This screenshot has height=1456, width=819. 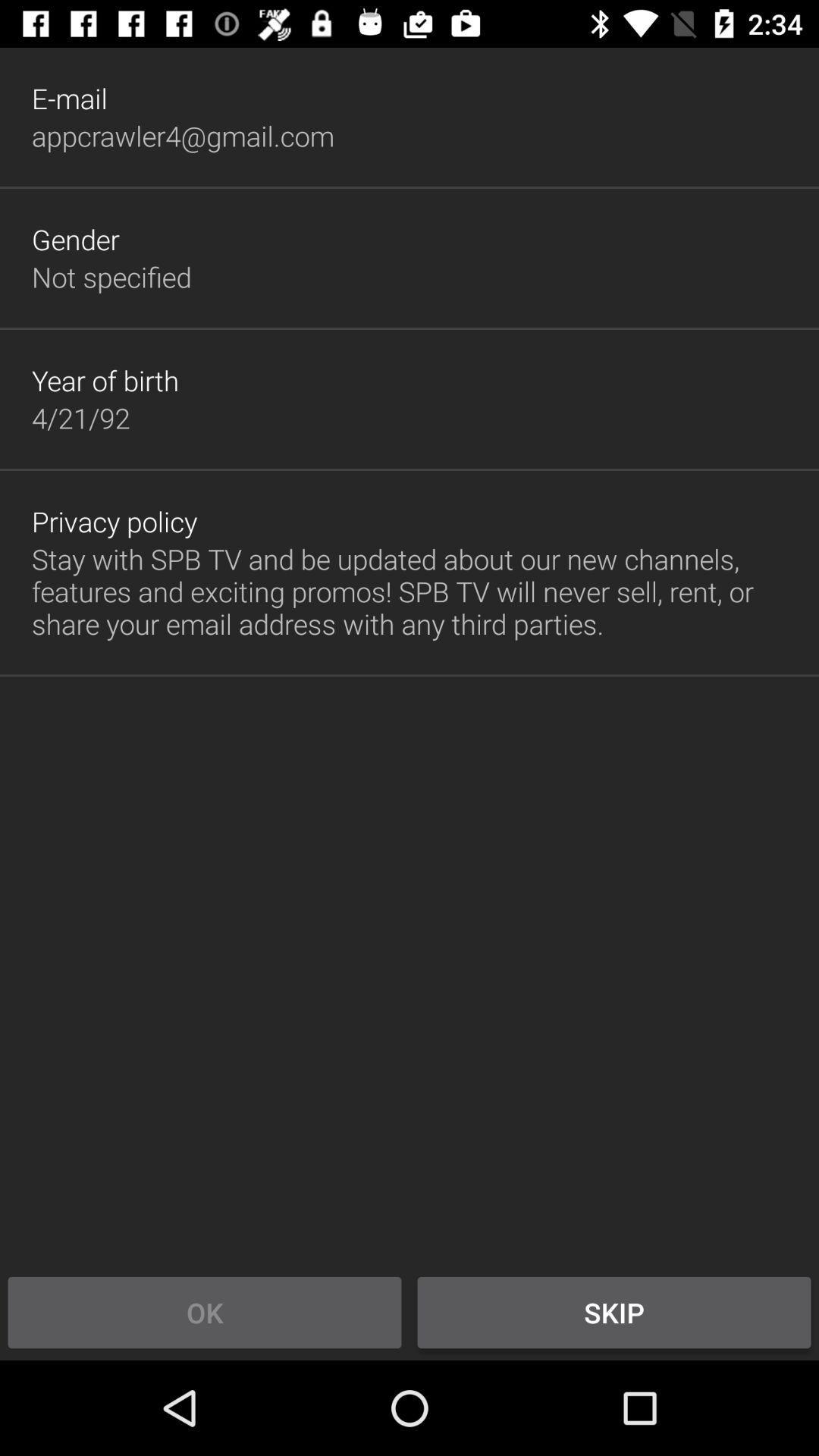 What do you see at coordinates (80, 418) in the screenshot?
I see `the app below the year of birth item` at bounding box center [80, 418].